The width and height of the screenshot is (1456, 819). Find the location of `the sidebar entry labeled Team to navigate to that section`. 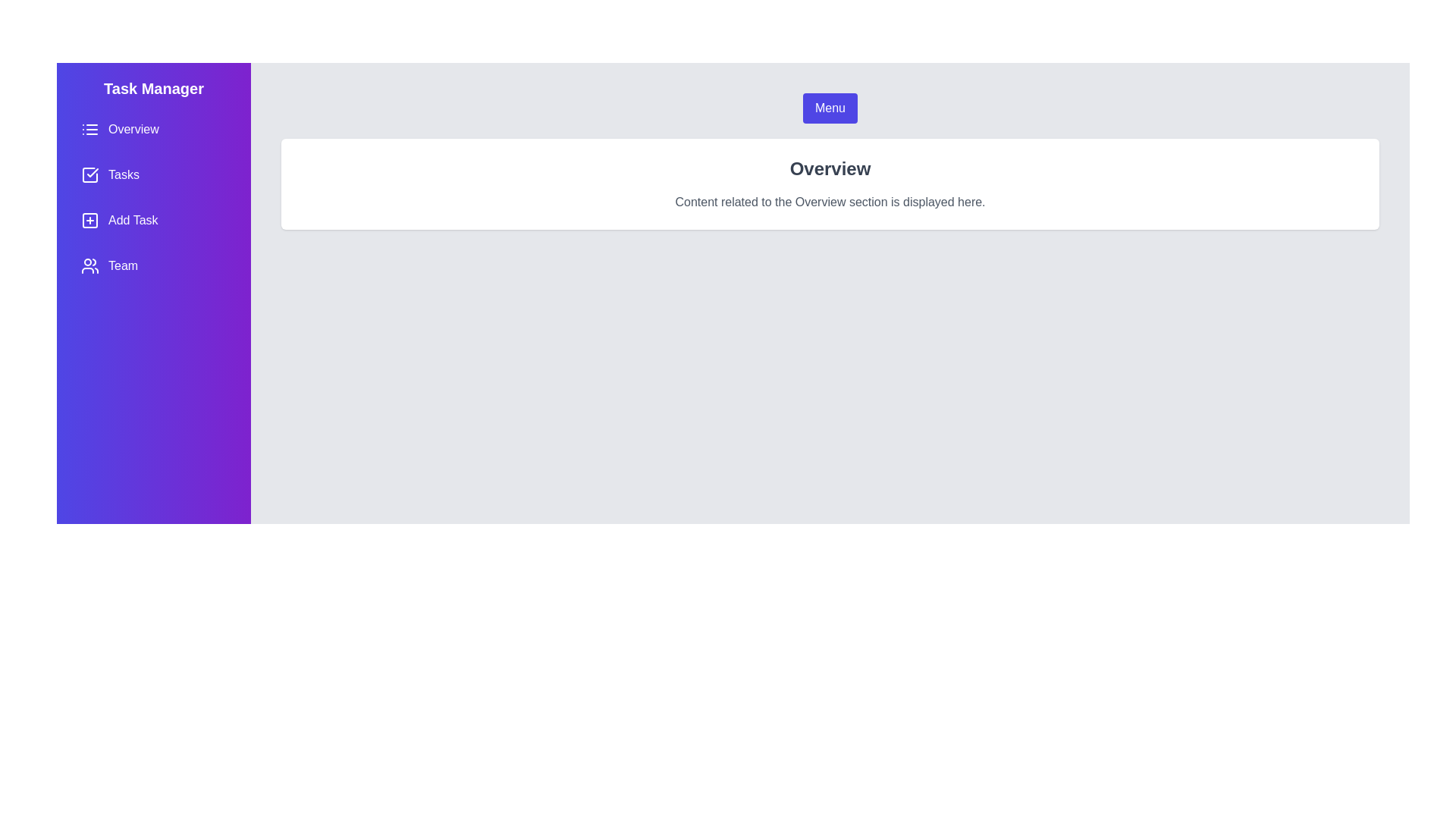

the sidebar entry labeled Team to navigate to that section is located at coordinates (153, 265).